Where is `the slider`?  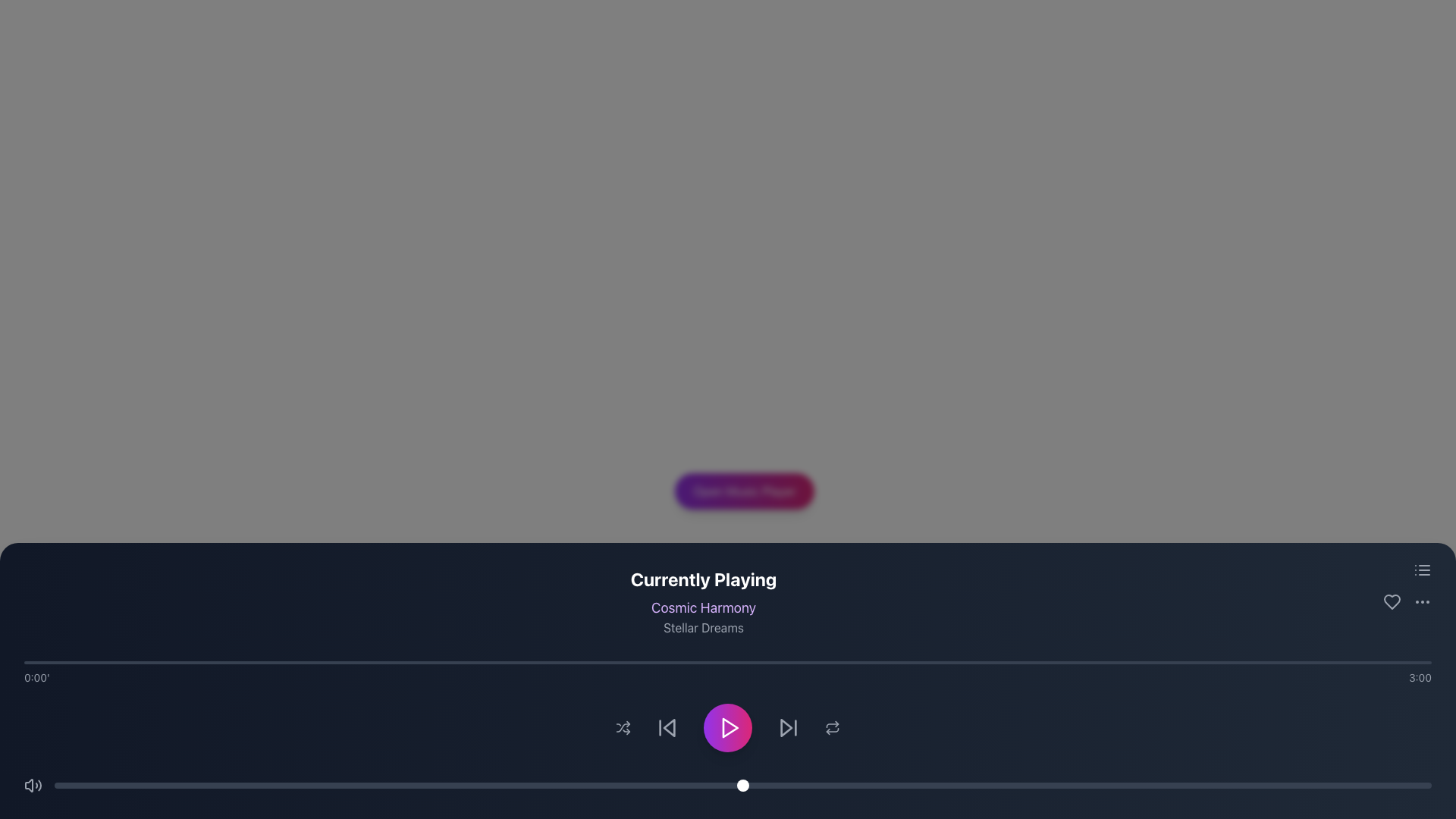 the slider is located at coordinates (757, 785).